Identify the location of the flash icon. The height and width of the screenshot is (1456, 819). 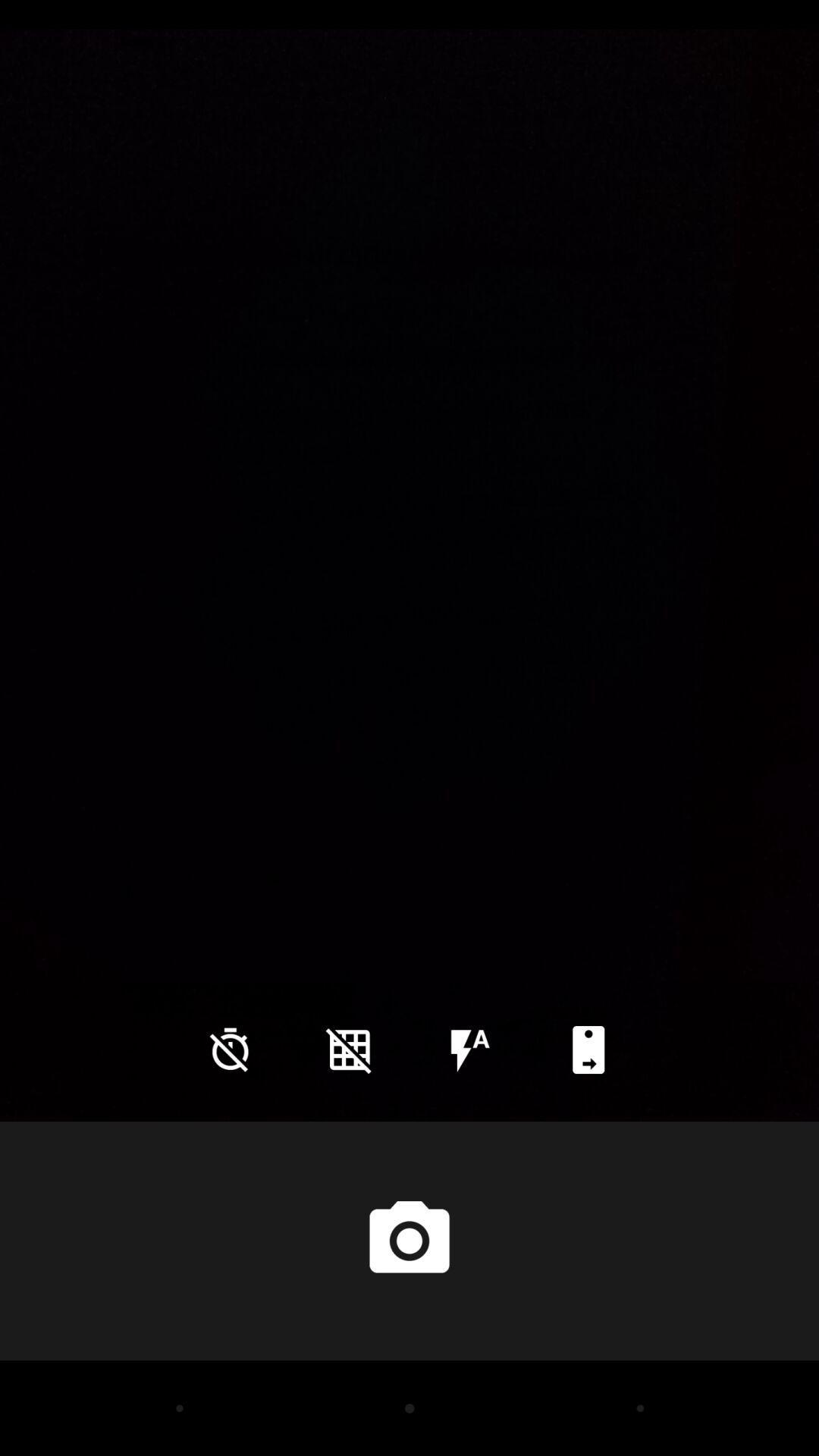
(468, 1049).